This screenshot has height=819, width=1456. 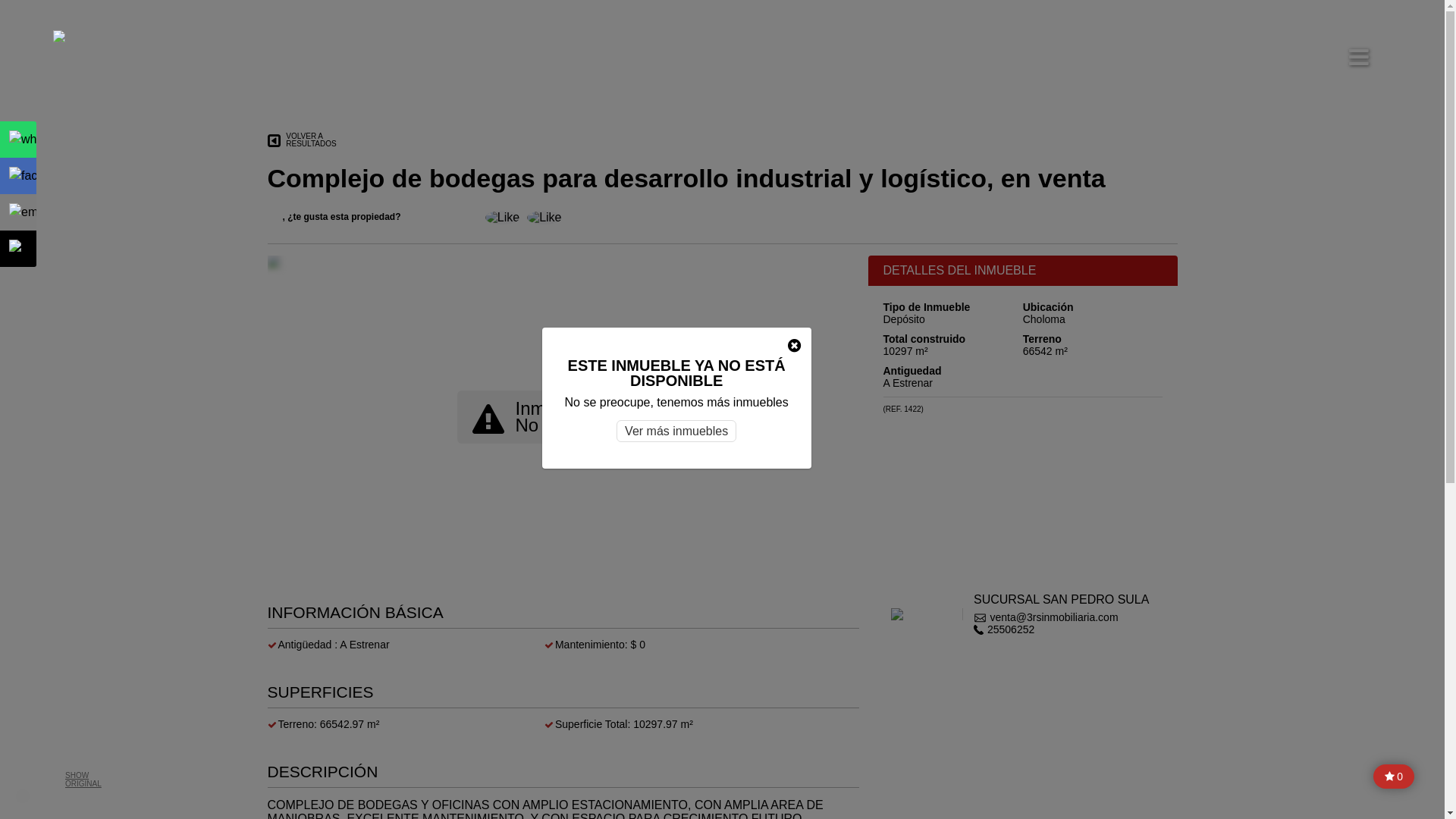 I want to click on '25506252', so click(x=1060, y=629).